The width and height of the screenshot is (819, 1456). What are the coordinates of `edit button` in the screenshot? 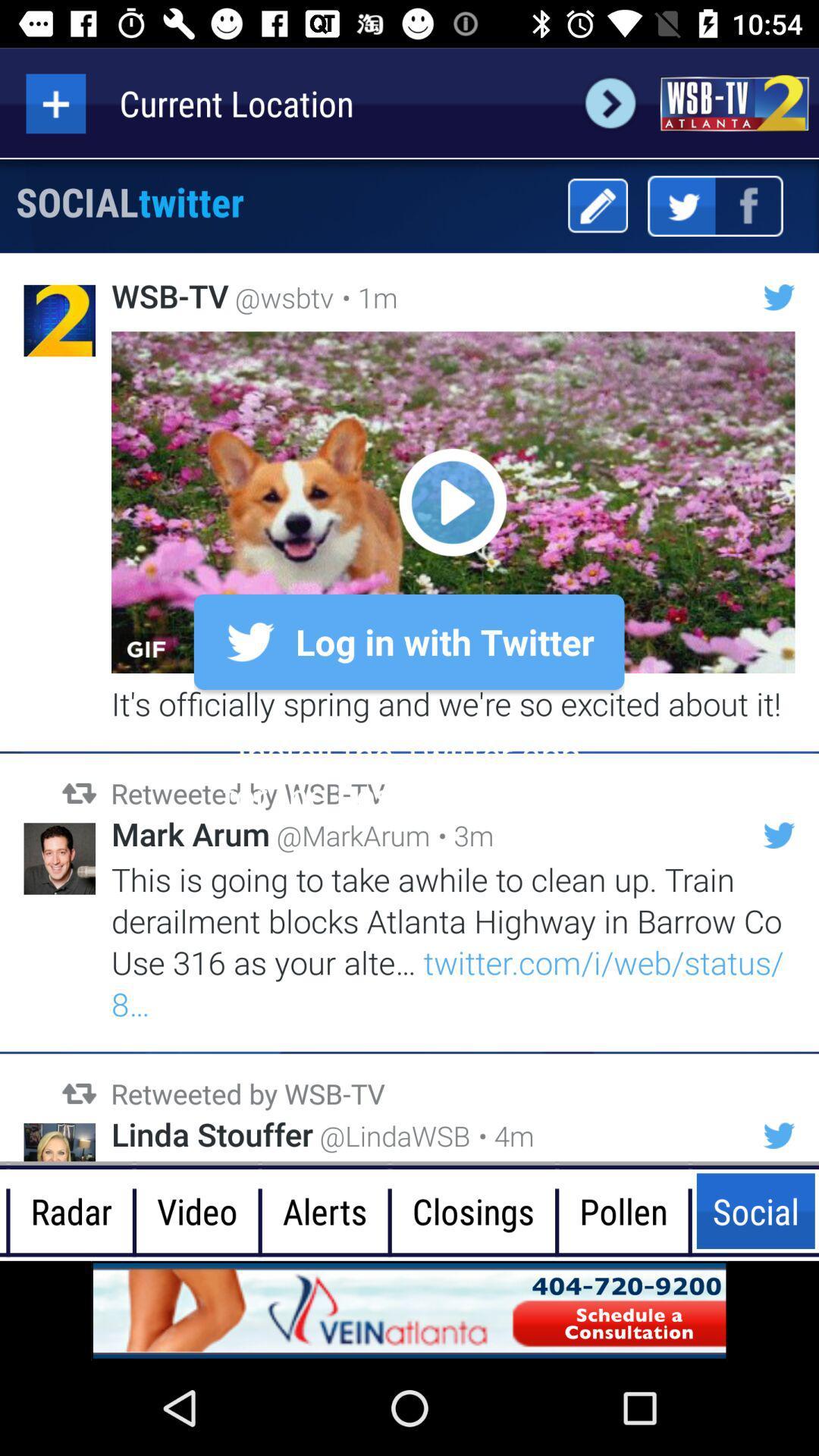 It's located at (597, 206).